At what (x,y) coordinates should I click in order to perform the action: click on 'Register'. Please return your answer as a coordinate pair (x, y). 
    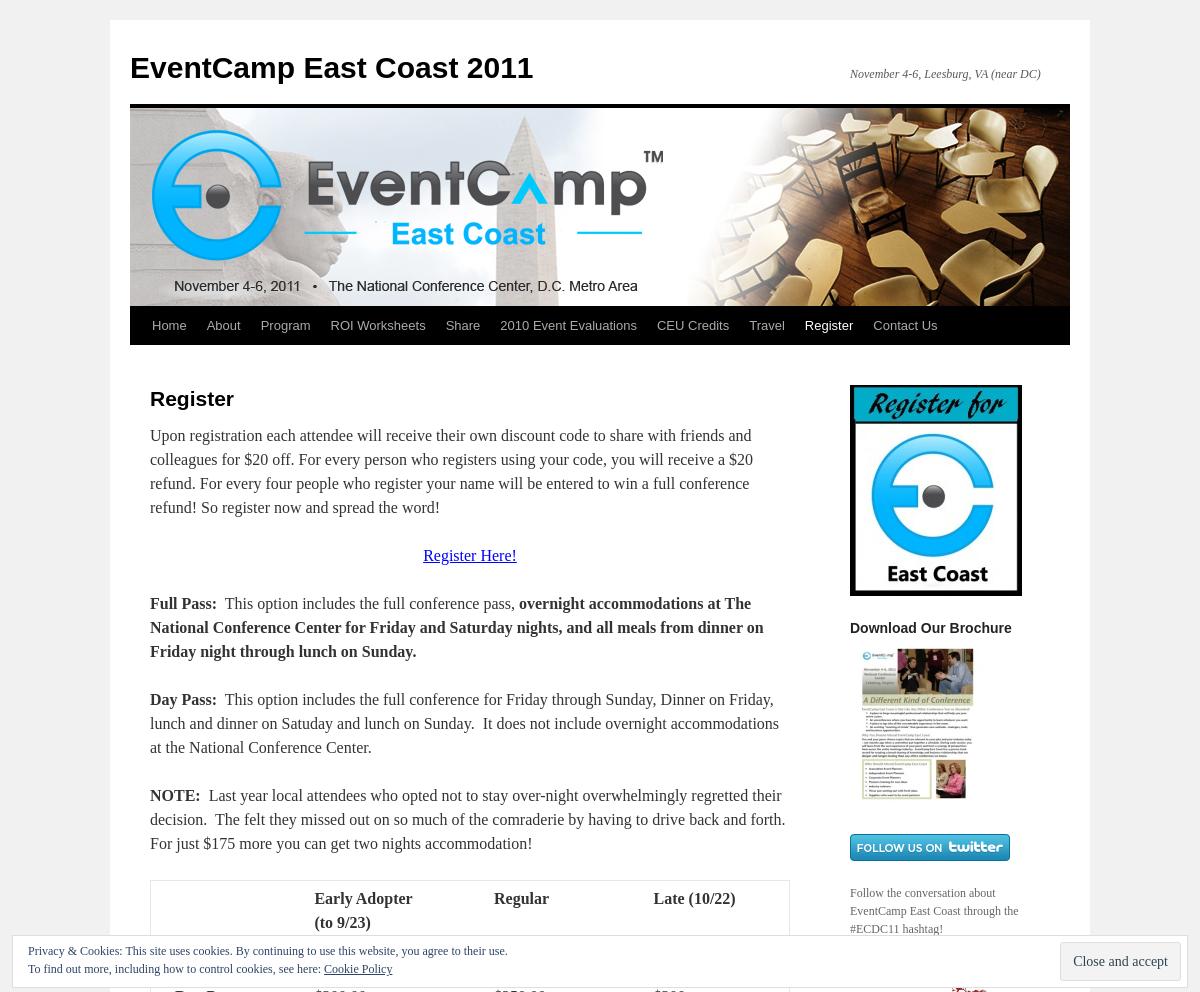
    Looking at the image, I should click on (191, 398).